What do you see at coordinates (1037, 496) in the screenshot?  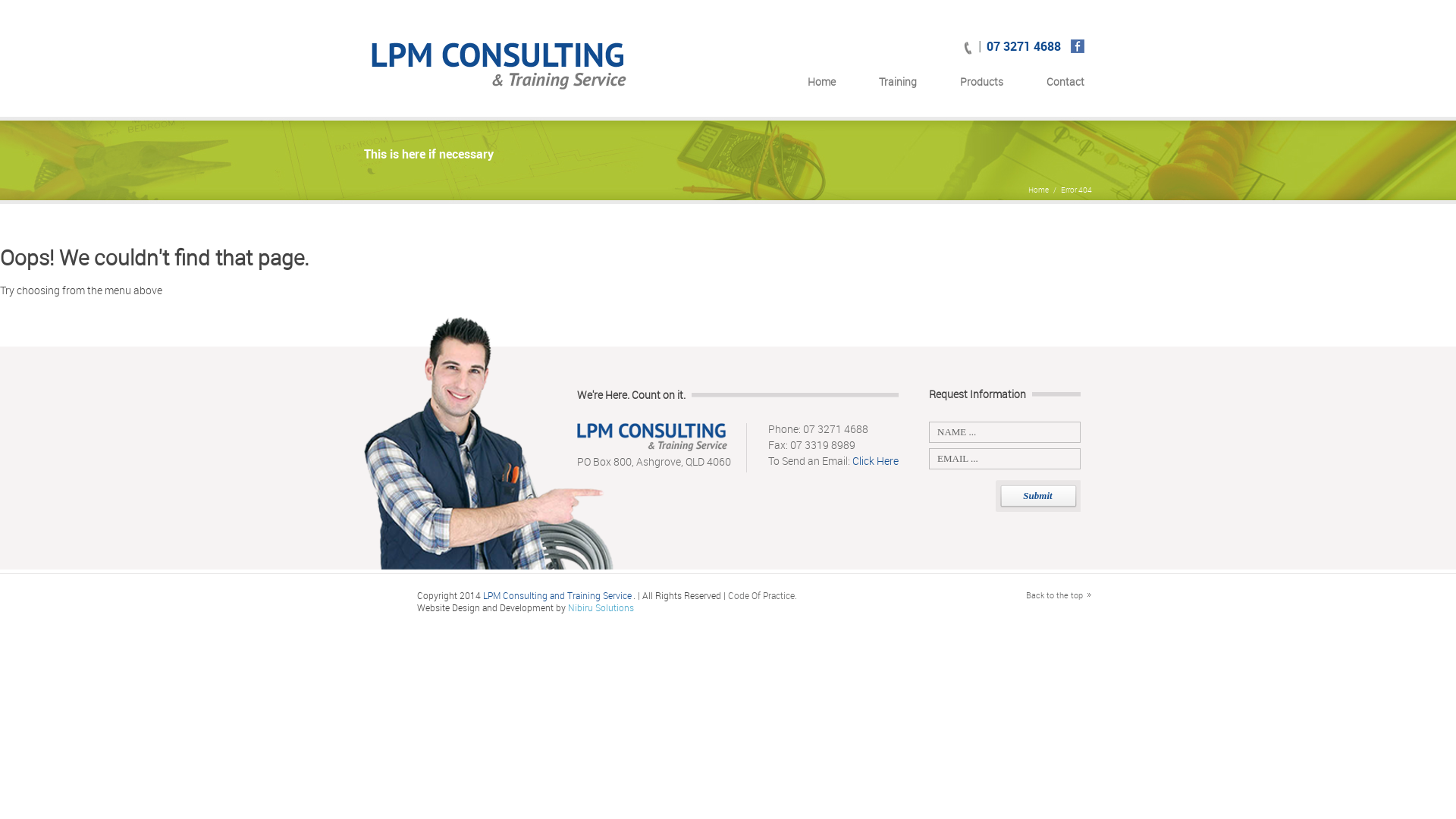 I see `'Submit'` at bounding box center [1037, 496].